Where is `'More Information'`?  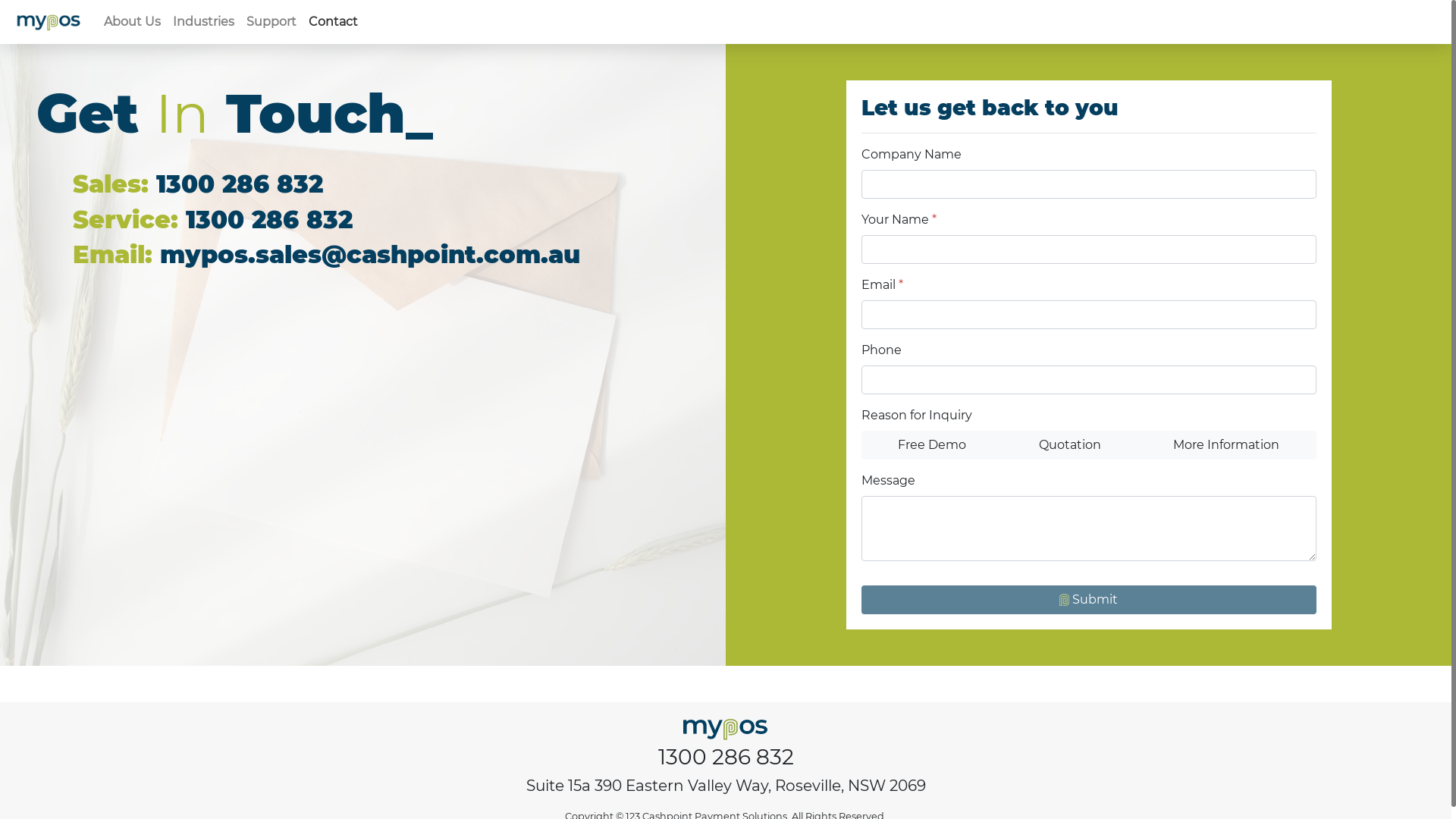
'More Information' is located at coordinates (1226, 444).